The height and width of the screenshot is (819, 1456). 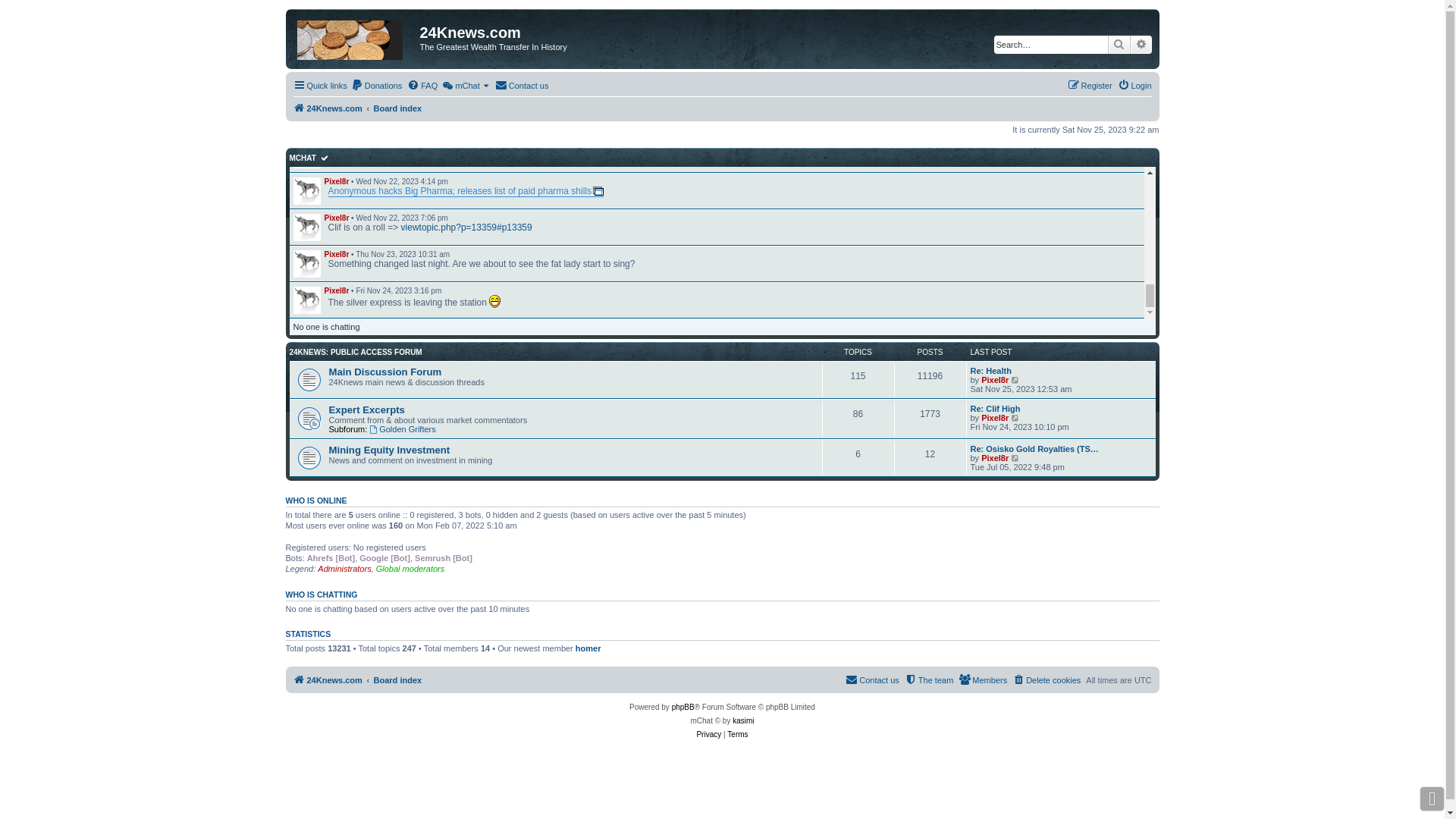 What do you see at coordinates (1012, 679) in the screenshot?
I see `'Delete cookies'` at bounding box center [1012, 679].